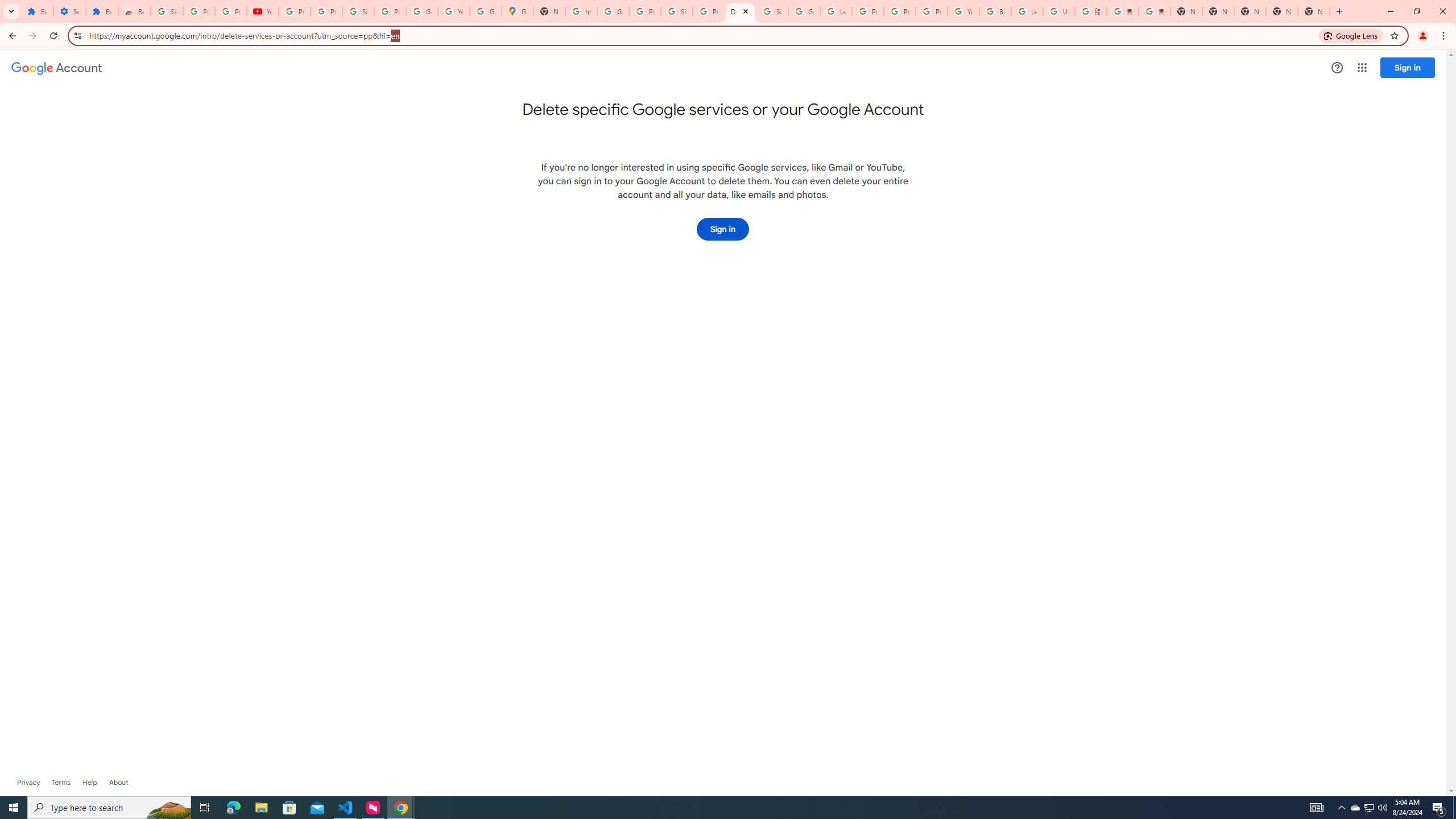 The image size is (1456, 819). What do you see at coordinates (102, 11) in the screenshot?
I see `'Extensions'` at bounding box center [102, 11].